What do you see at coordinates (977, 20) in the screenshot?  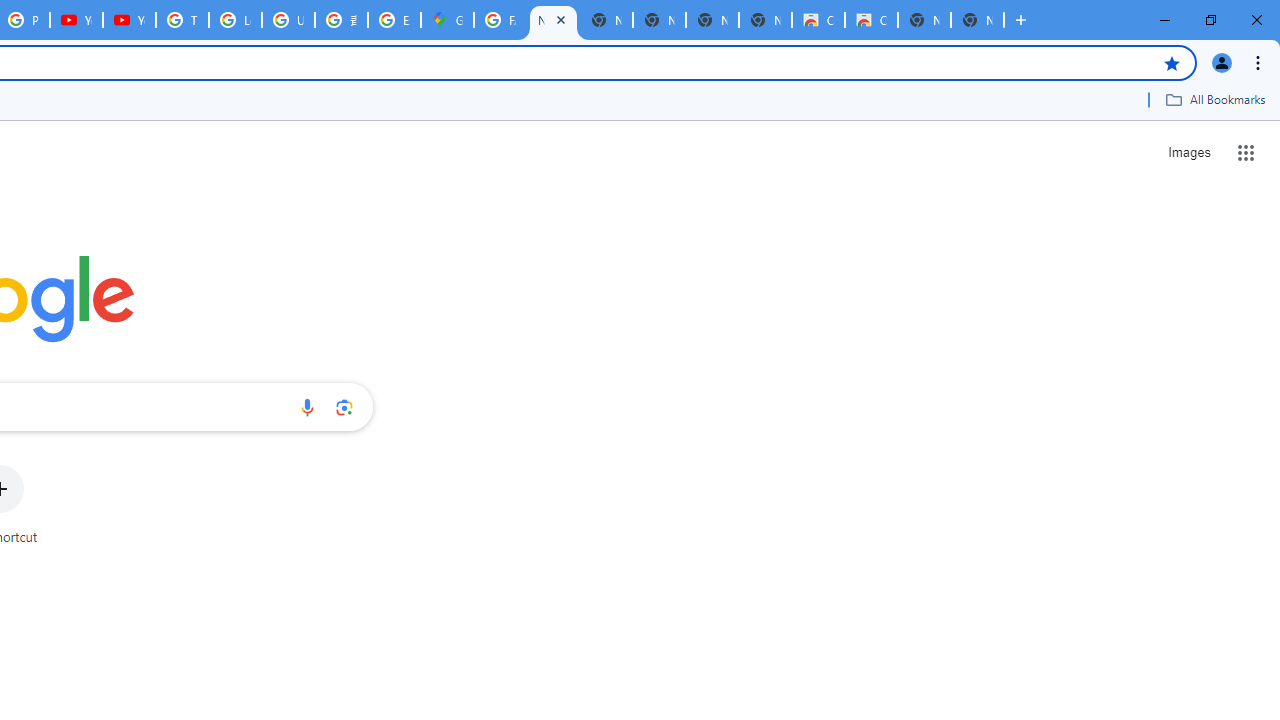 I see `'New Tab'` at bounding box center [977, 20].